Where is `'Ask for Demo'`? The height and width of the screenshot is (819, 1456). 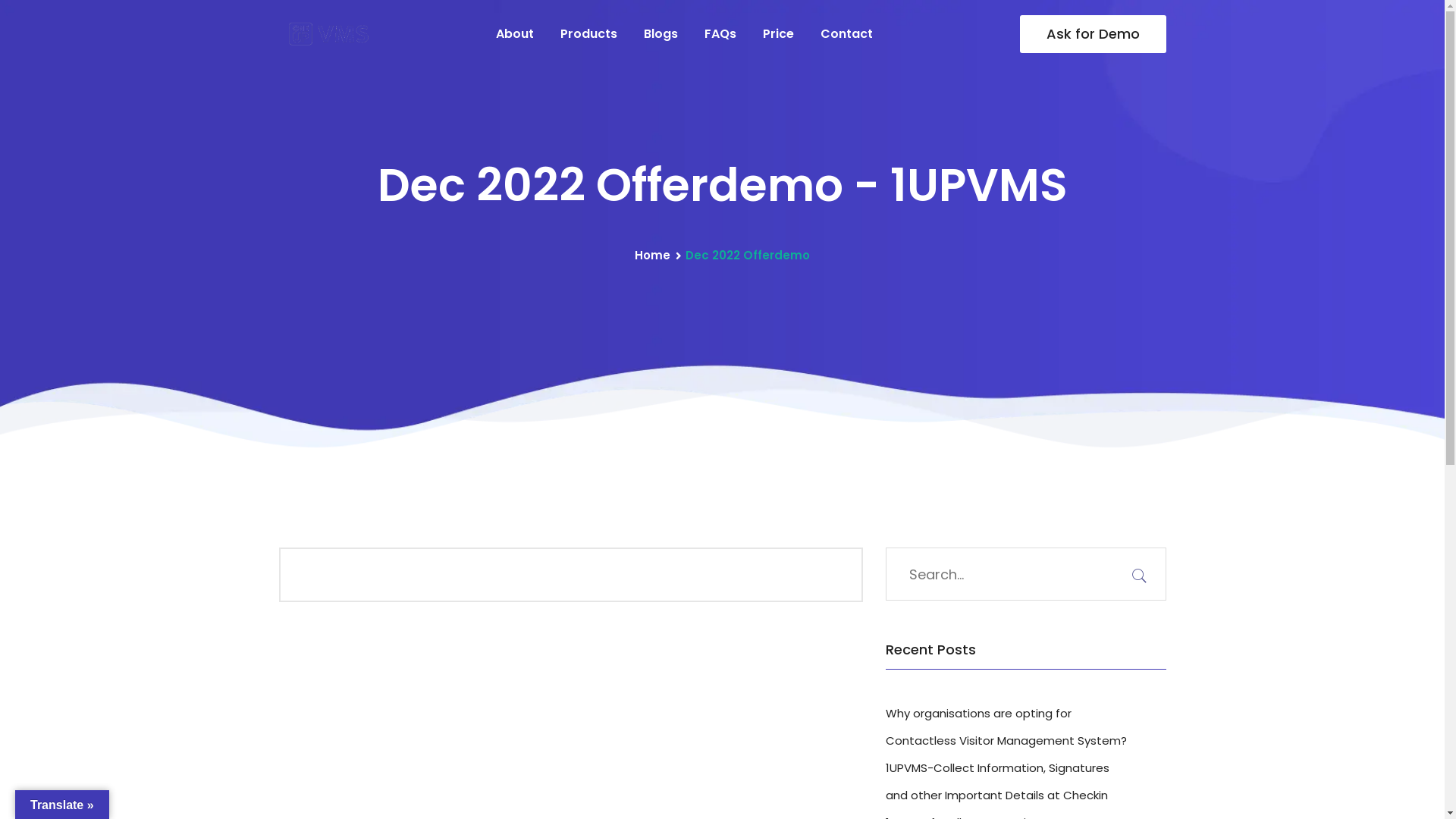
'Ask for Demo' is located at coordinates (1019, 34).